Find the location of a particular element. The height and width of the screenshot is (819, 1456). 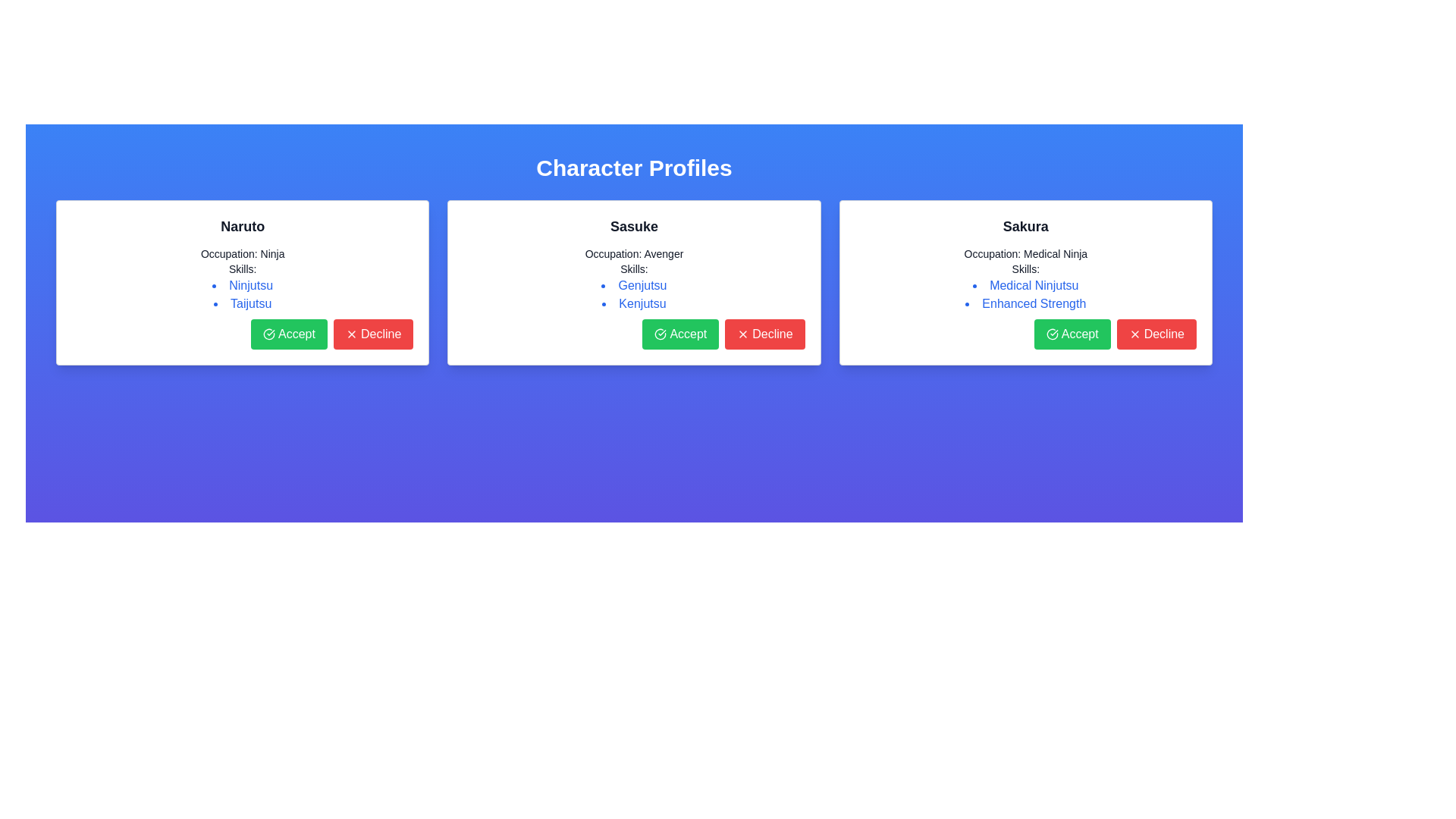

the bolded, large-font text displaying 'Sasuke' located at the top of the middle panel in a card-style component is located at coordinates (634, 227).